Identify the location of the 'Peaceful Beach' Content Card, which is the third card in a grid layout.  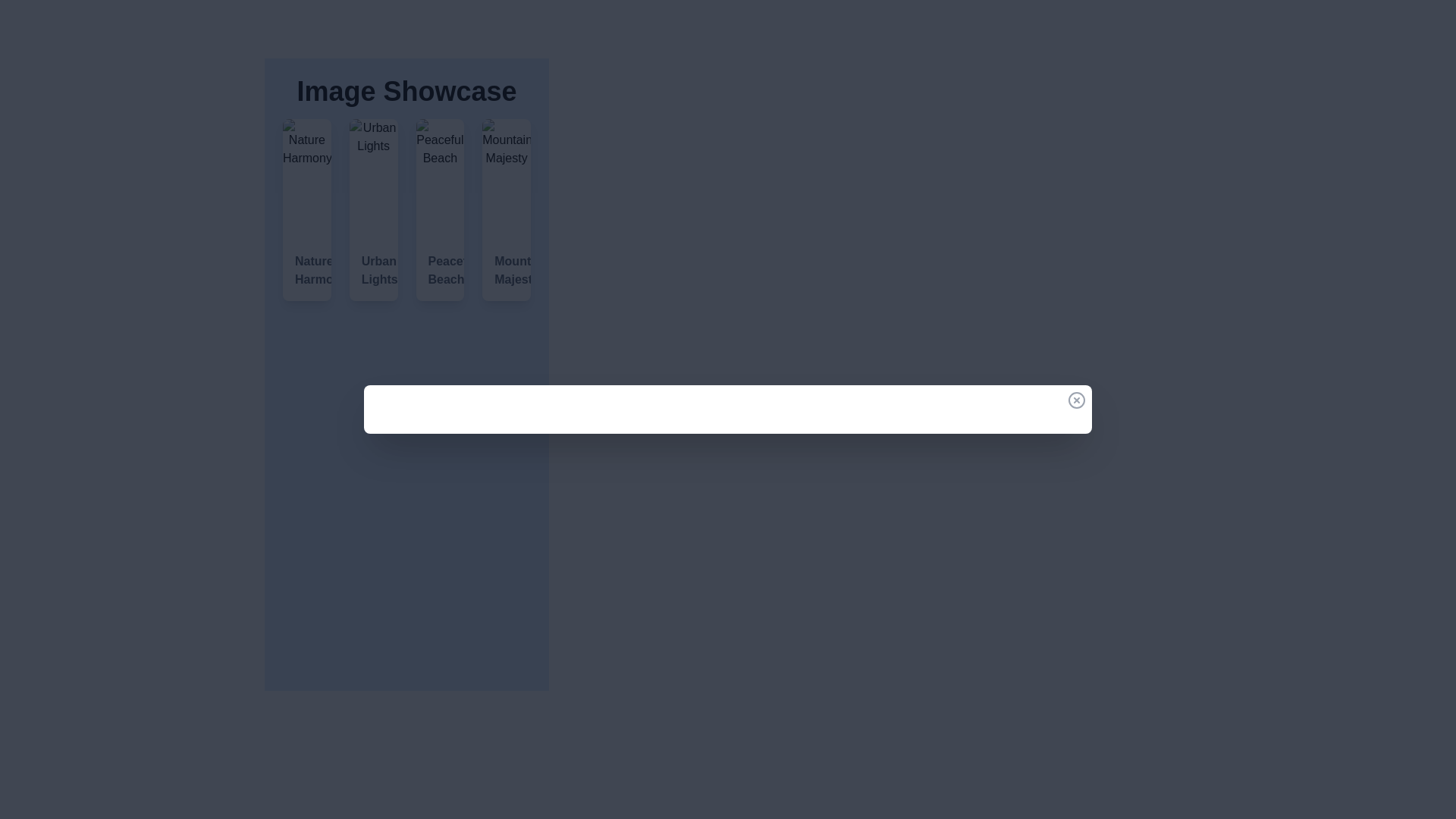
(439, 210).